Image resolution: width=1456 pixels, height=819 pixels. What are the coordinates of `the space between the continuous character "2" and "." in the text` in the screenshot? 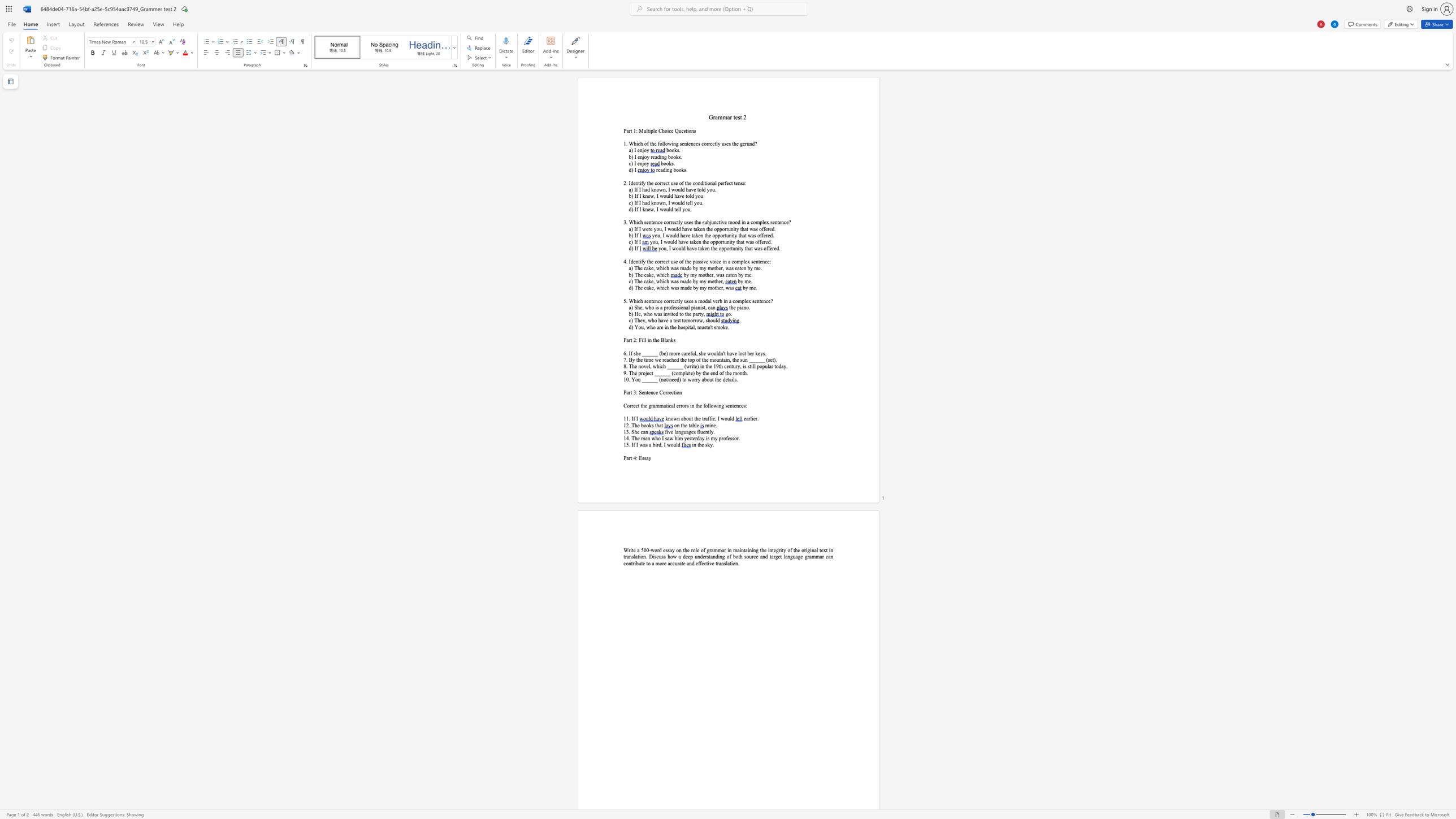 It's located at (628, 425).